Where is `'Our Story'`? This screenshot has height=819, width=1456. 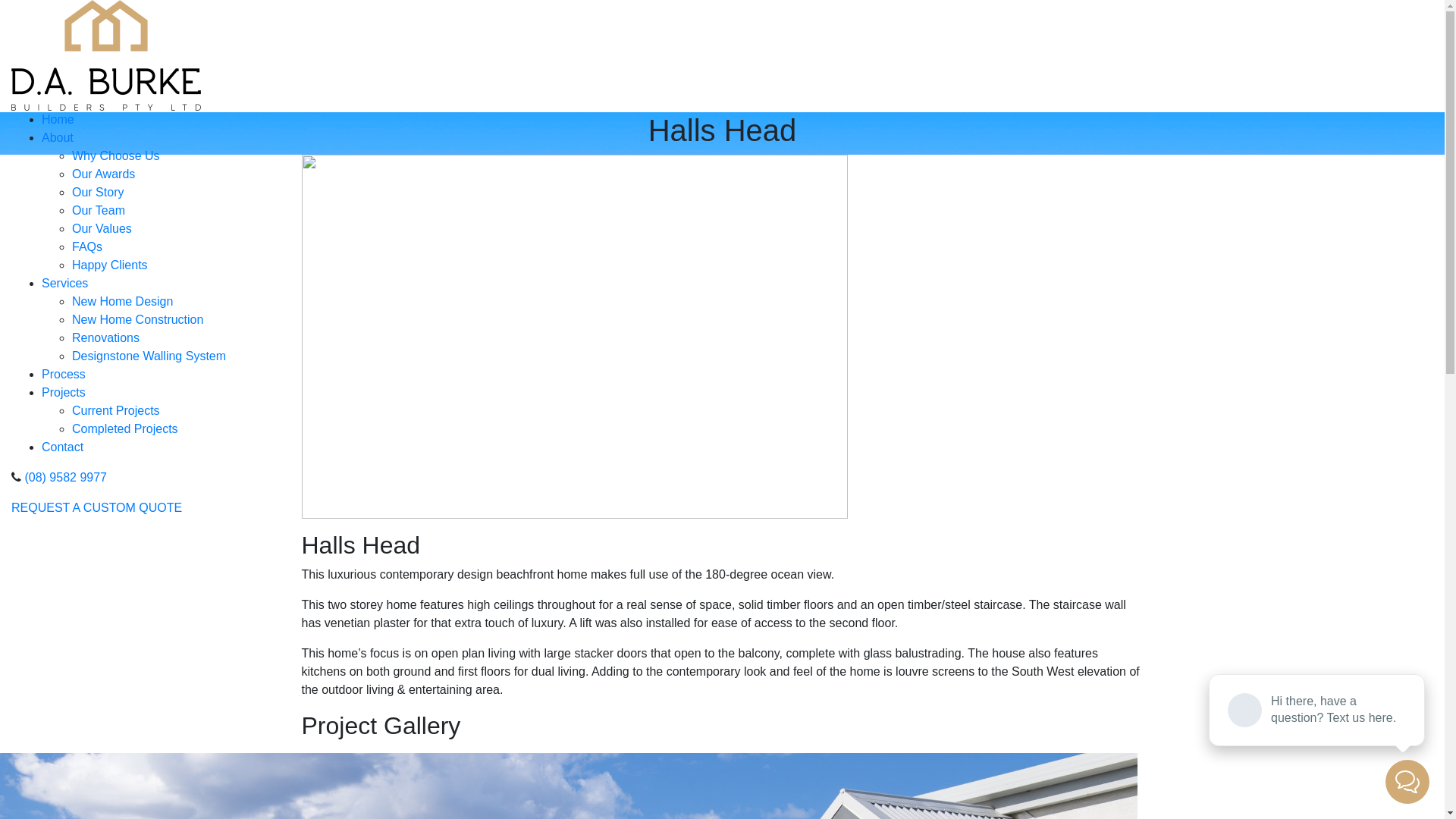
'Our Story' is located at coordinates (97, 191).